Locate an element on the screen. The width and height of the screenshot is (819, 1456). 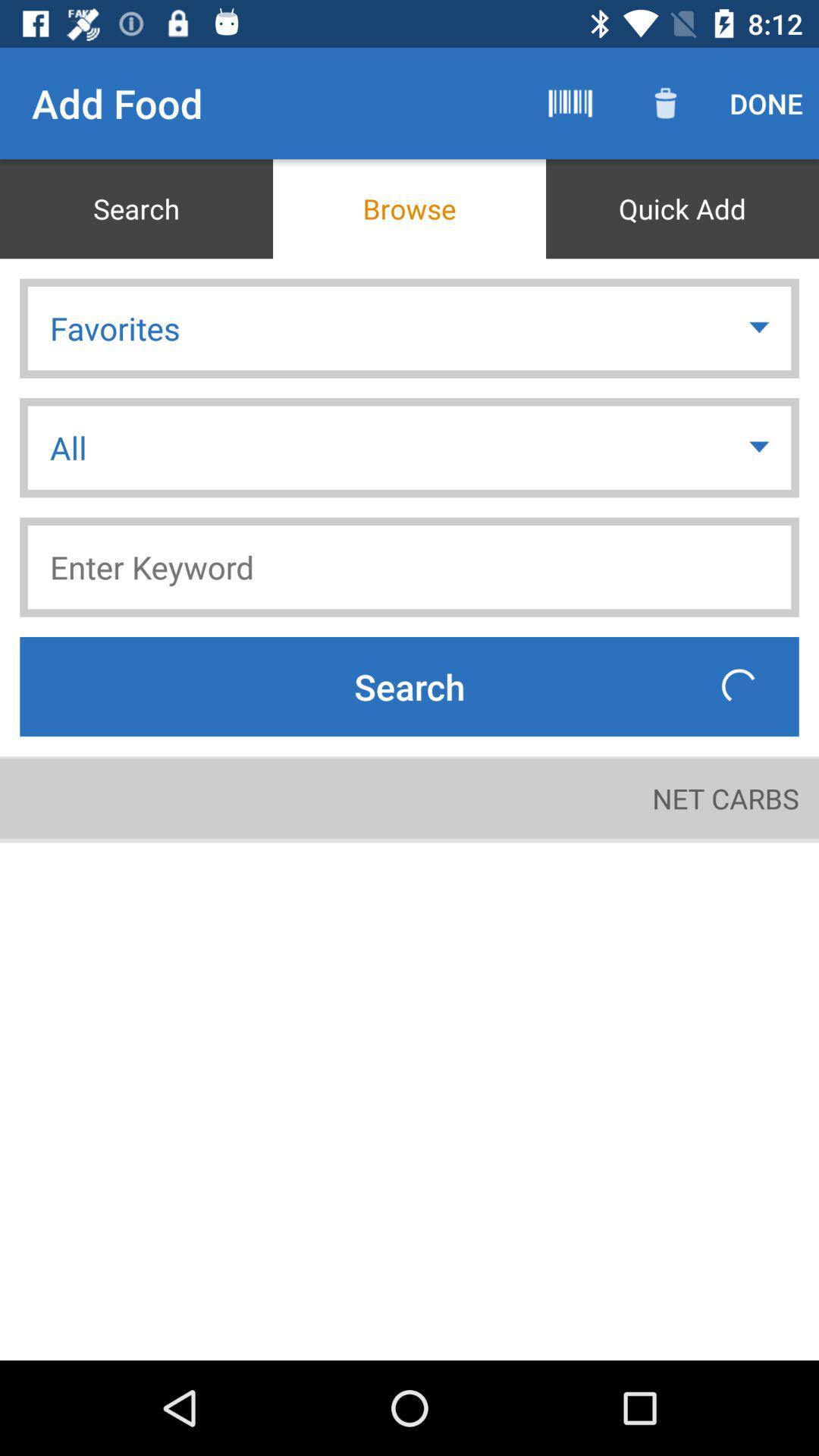
the item to the left of the done is located at coordinates (665, 102).